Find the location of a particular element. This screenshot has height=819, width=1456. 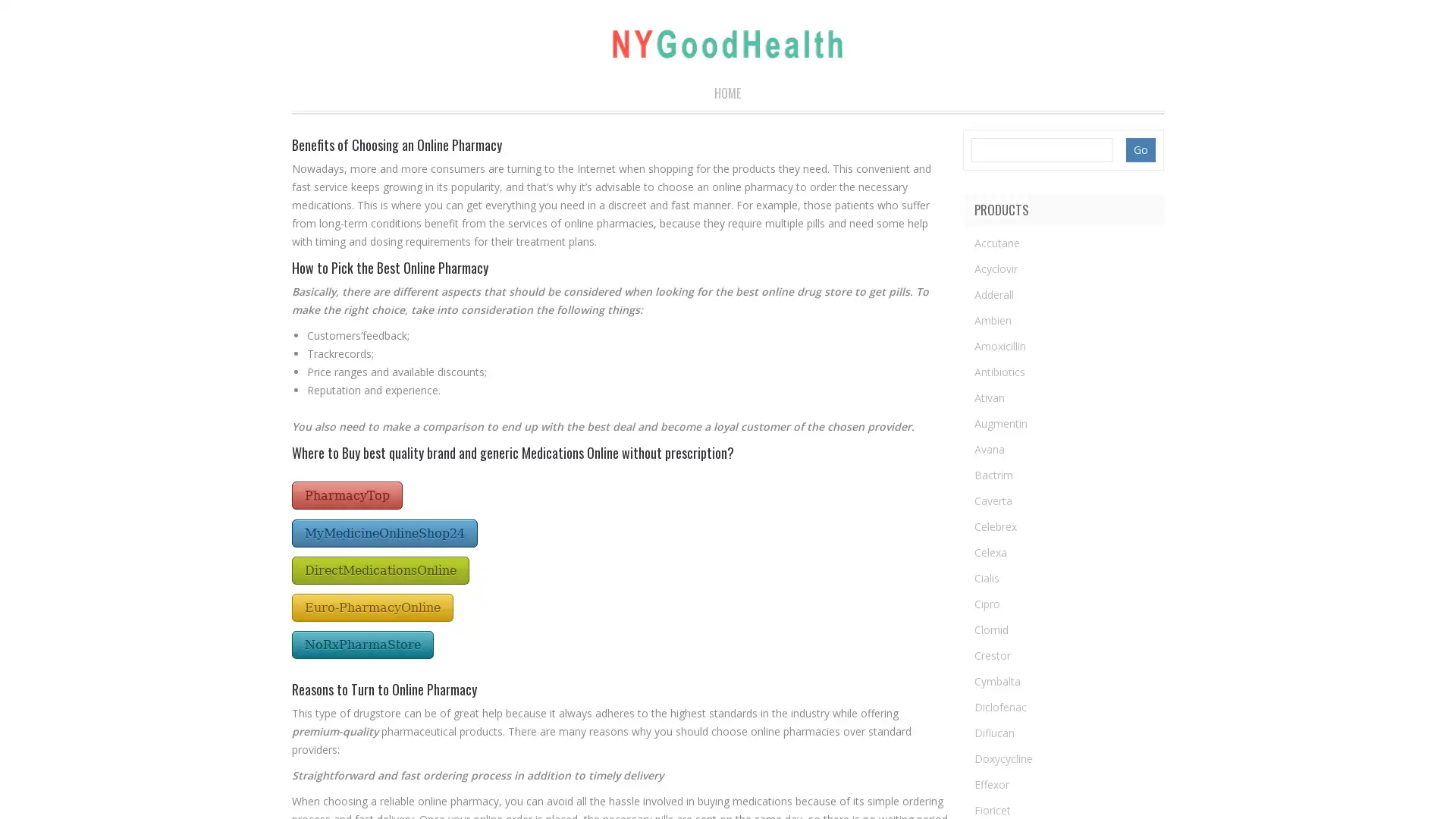

Go is located at coordinates (1141, 149).